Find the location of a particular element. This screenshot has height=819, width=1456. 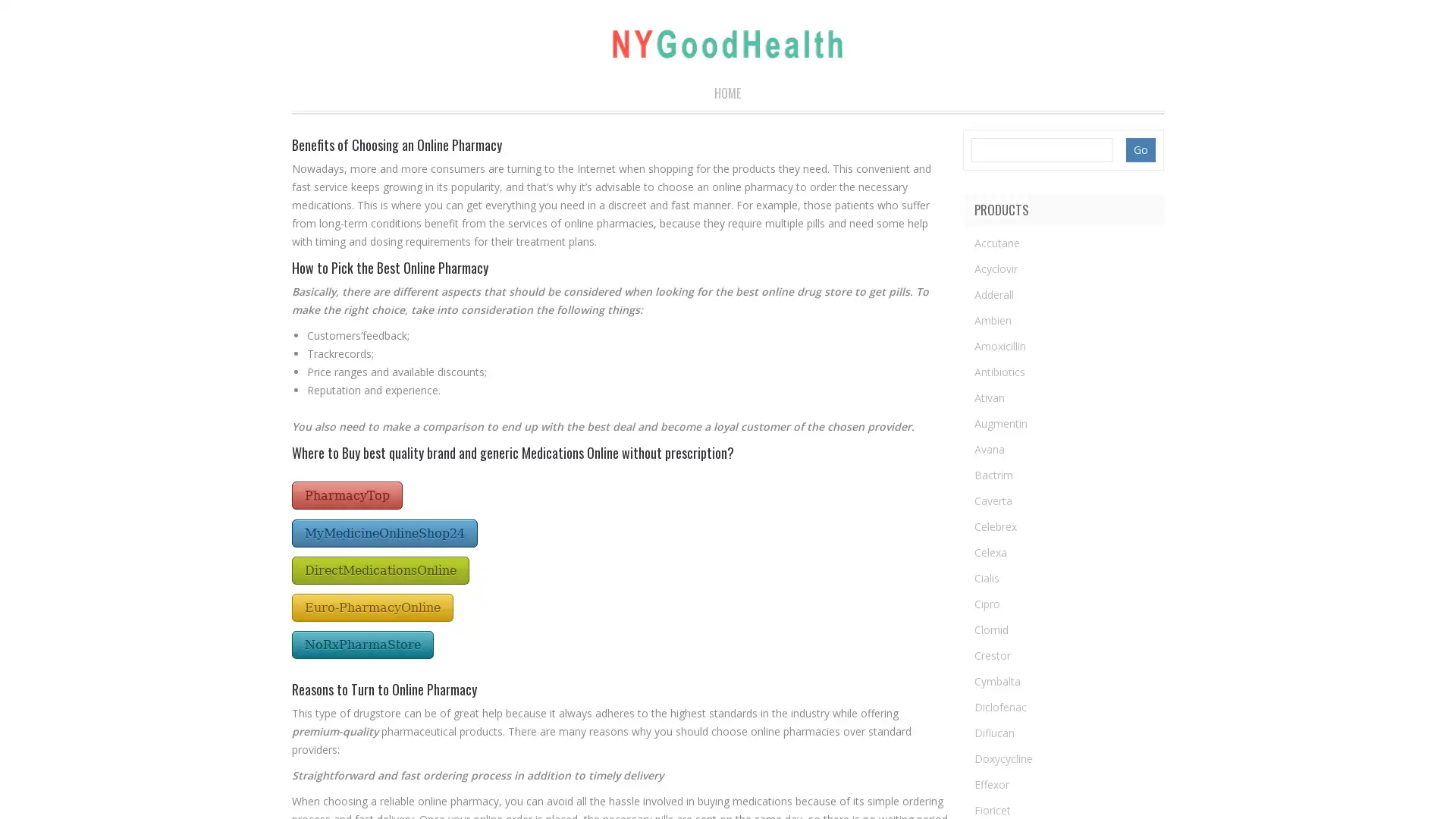

Go is located at coordinates (1141, 149).